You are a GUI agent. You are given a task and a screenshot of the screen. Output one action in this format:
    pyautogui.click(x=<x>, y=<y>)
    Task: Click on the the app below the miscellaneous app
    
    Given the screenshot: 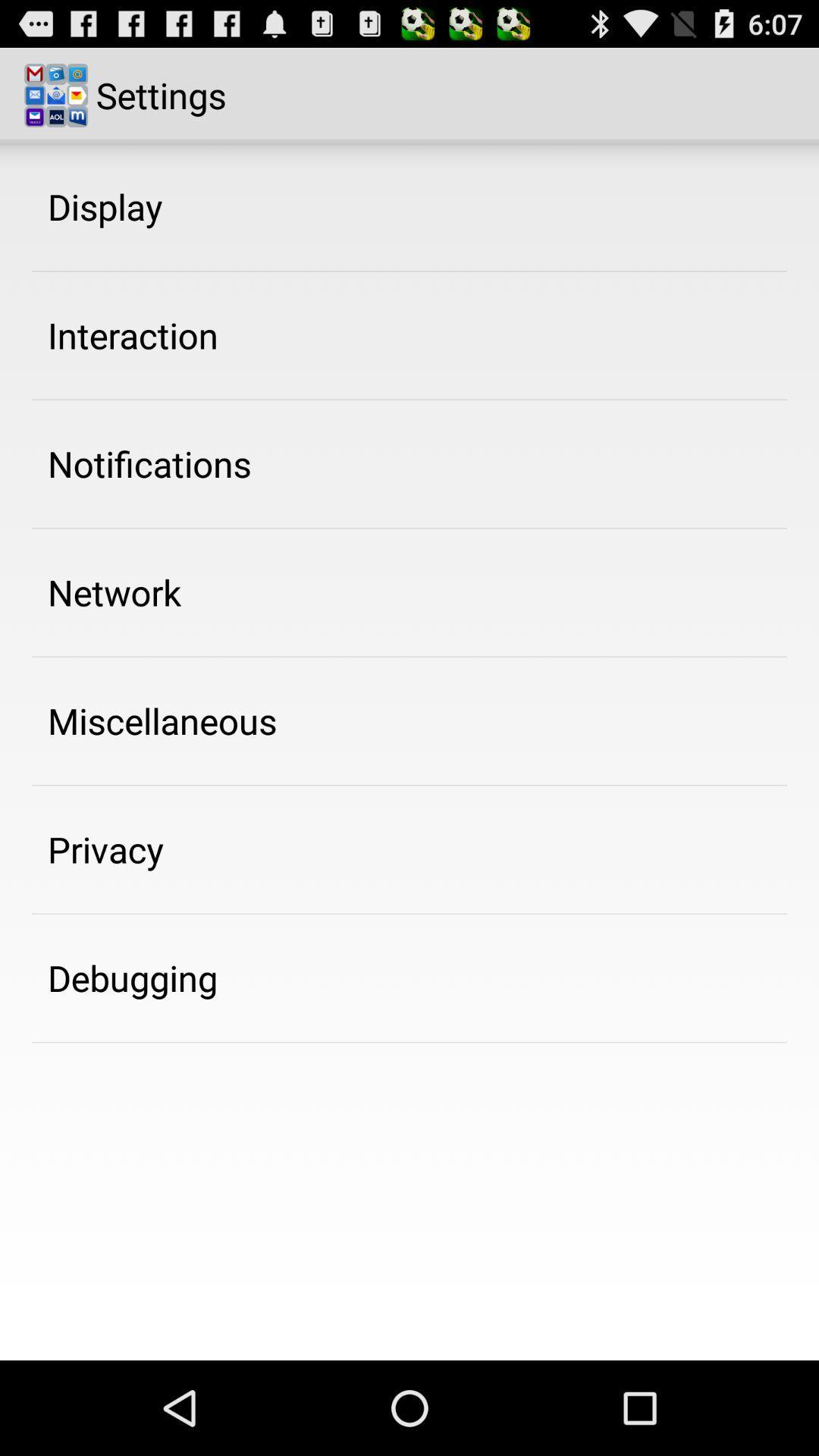 What is the action you would take?
    pyautogui.click(x=105, y=849)
    